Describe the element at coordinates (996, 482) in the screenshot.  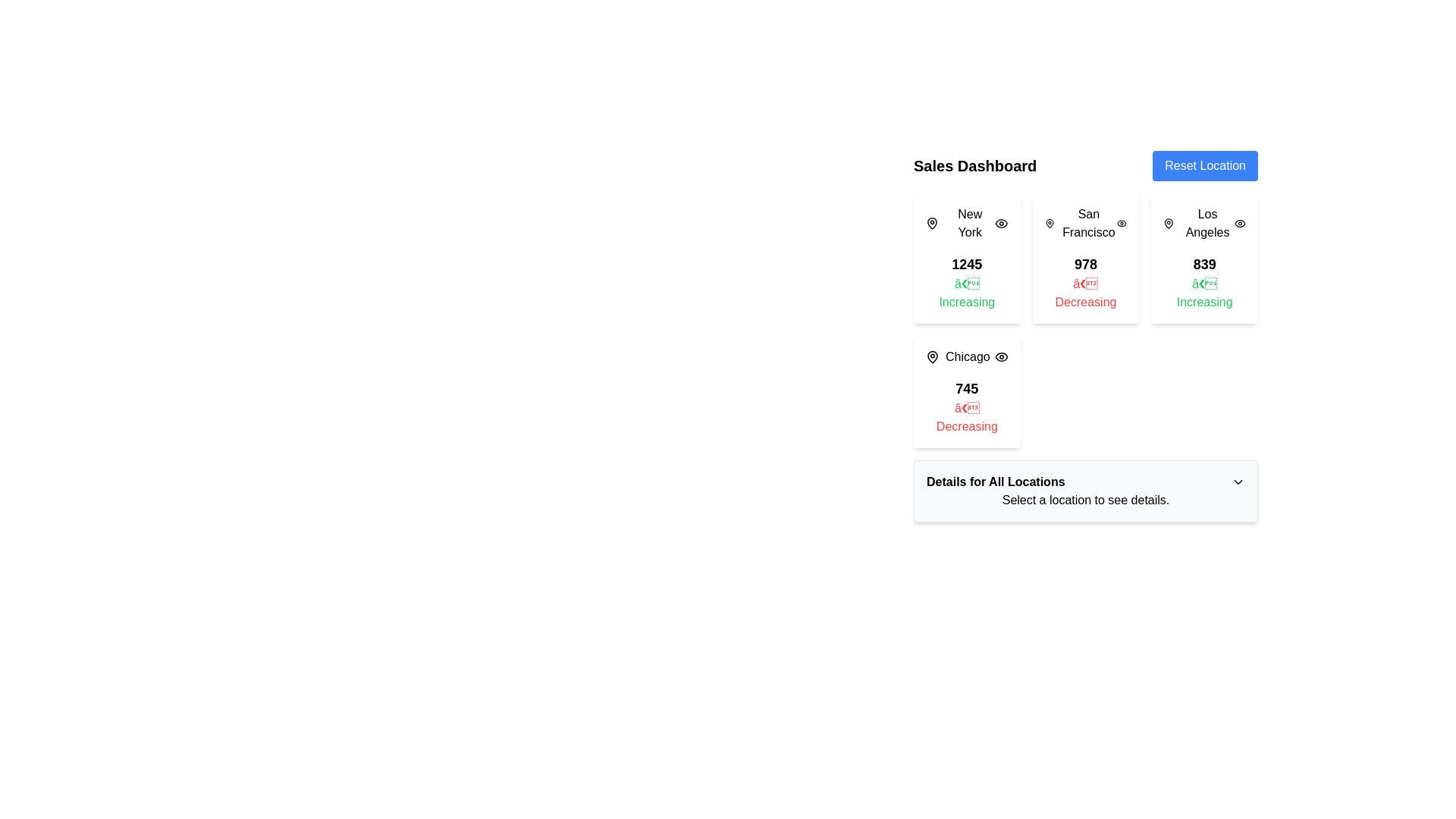
I see `the Text label that serves as a header for the section detailing locations, located near the bottom of the section and preceding an icon on the right-hand side` at that location.